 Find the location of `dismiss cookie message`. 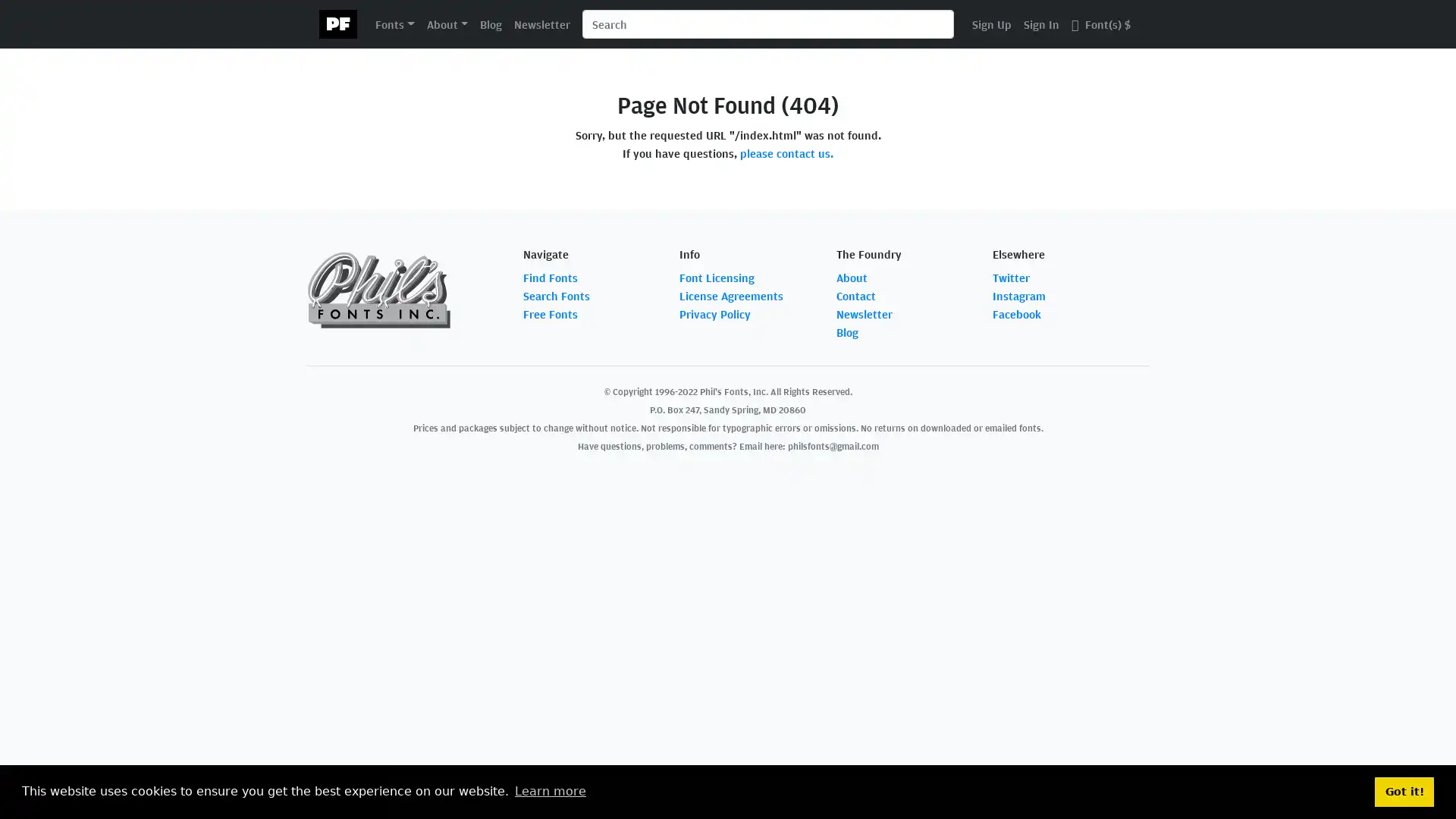

dismiss cookie message is located at coordinates (1404, 791).